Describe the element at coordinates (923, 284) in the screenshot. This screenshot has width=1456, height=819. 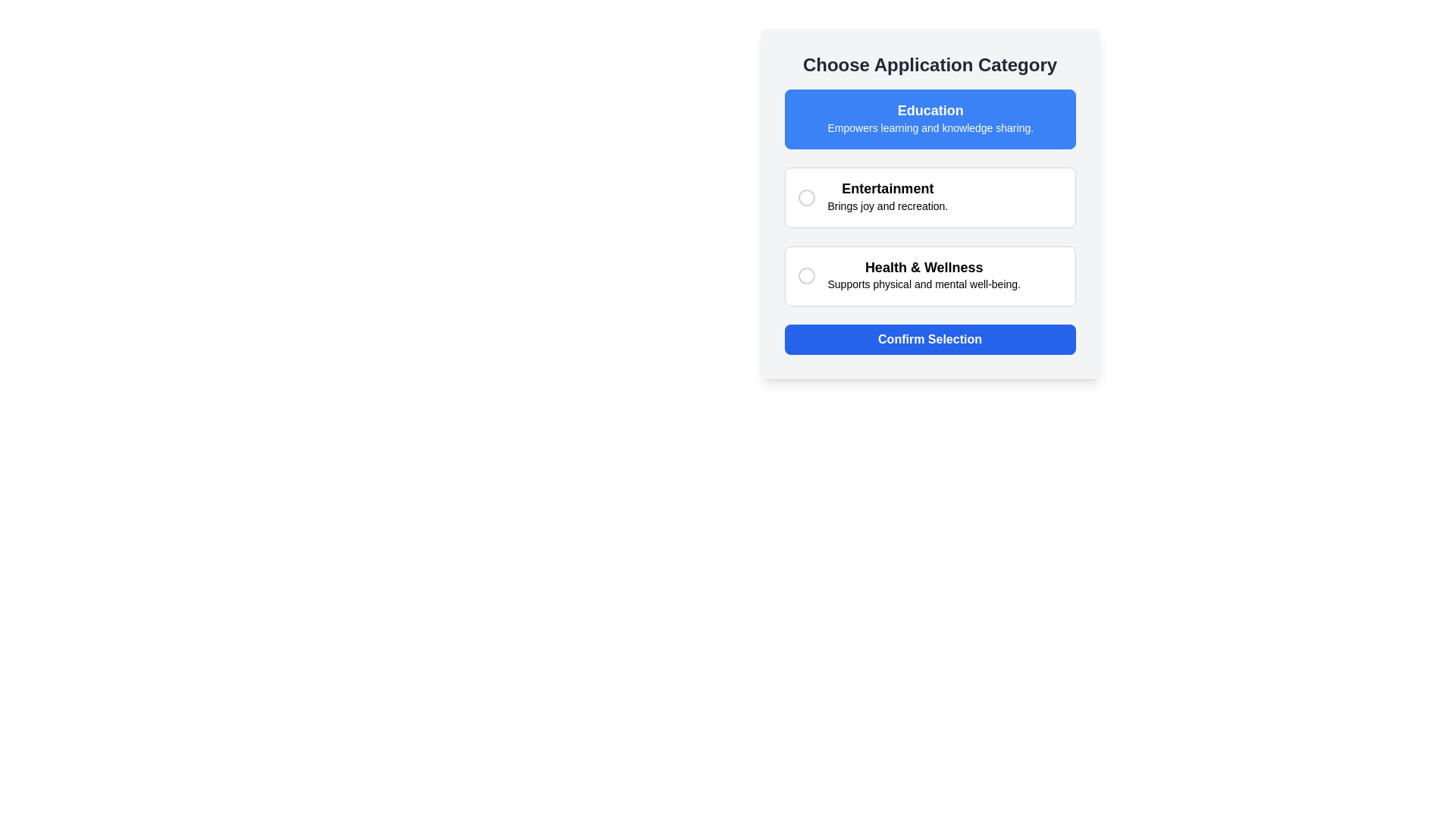
I see `the 'Health & Wellness' descriptive text label located below the heading in the third card of the 'Choose Application Category' section` at that location.